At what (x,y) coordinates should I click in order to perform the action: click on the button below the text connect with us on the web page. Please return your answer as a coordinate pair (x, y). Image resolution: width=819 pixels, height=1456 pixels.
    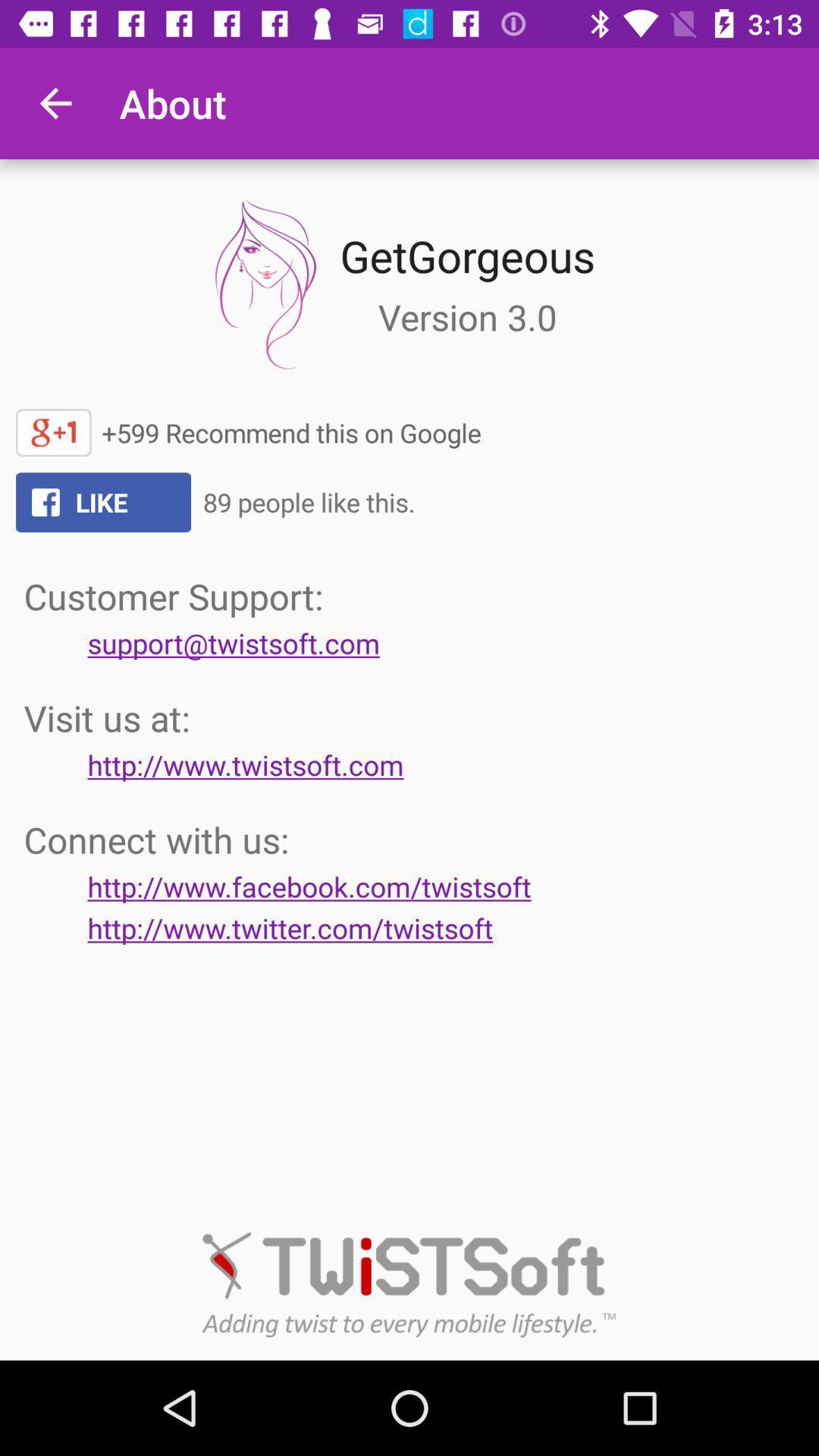
    Looking at the image, I should click on (309, 886).